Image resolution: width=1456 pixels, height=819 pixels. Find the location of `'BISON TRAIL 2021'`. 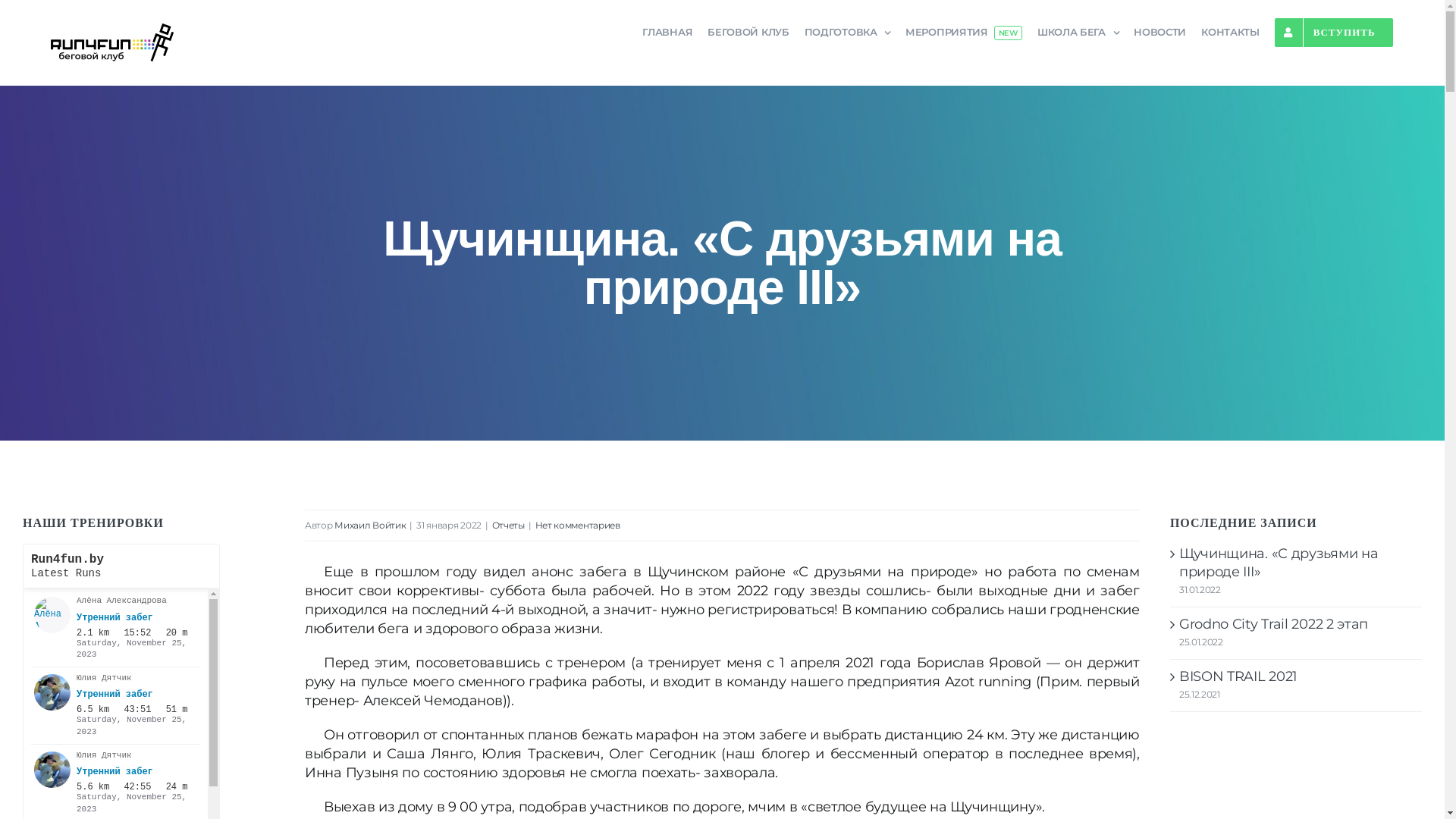

'BISON TRAIL 2021' is located at coordinates (1238, 675).